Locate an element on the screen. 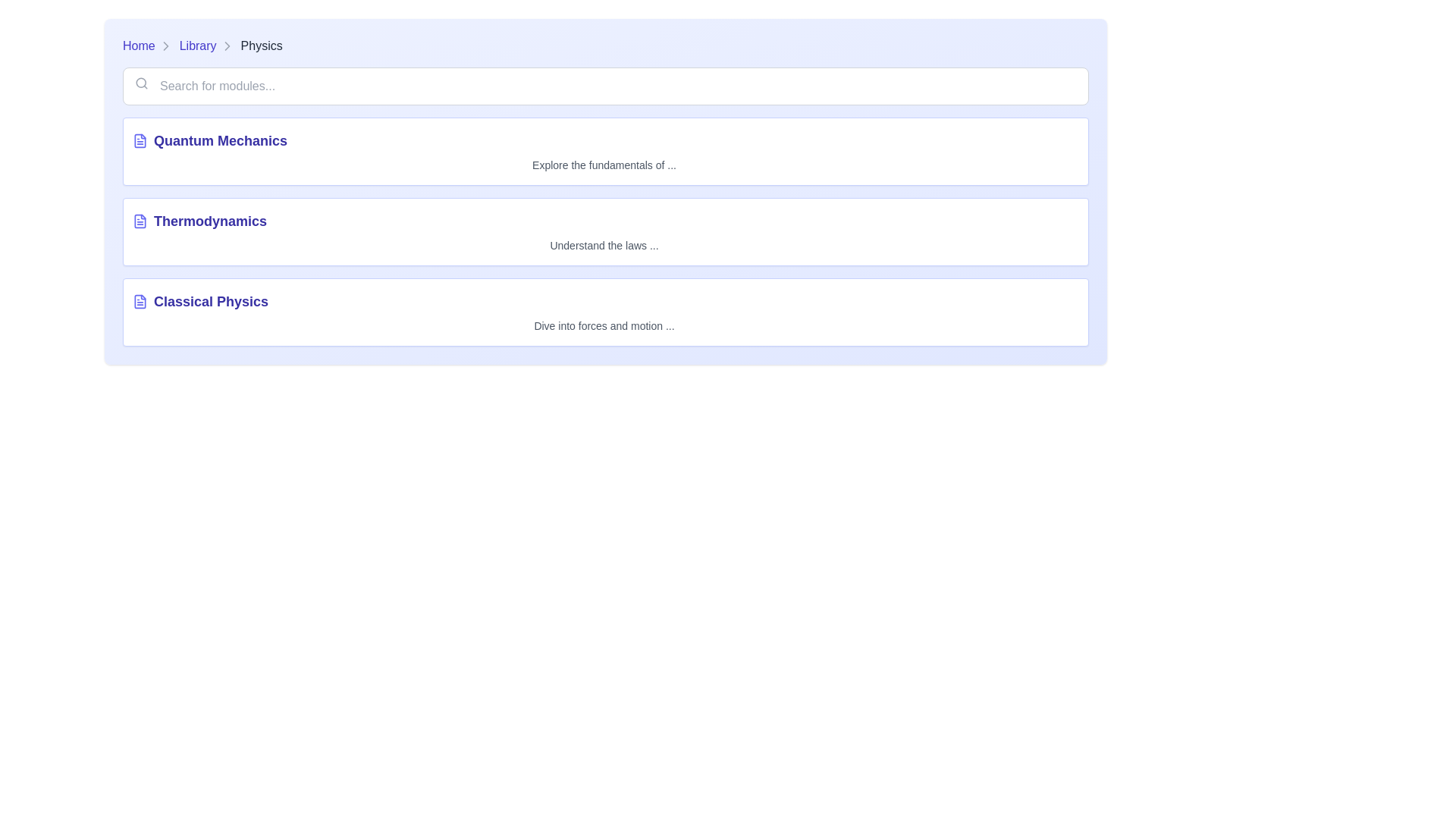 The width and height of the screenshot is (1456, 819). the document icon representing 'Classical Physics' to associate it with its labeled content is located at coordinates (140, 301).